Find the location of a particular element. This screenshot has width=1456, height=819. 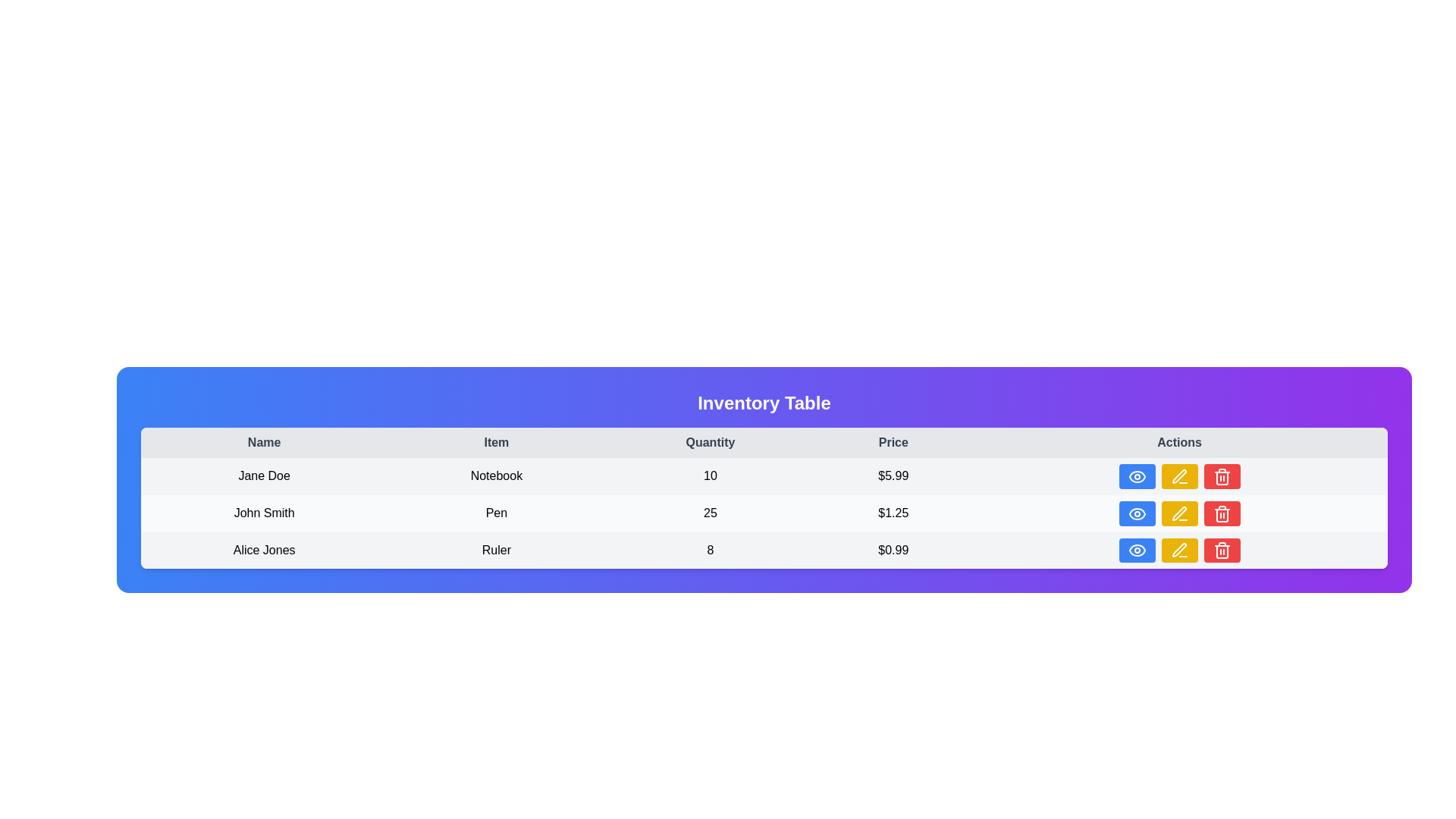

the delete icon button located in the 'Actions' column of the third row of the inventory table to possibly see a tooltip is located at coordinates (1222, 513).